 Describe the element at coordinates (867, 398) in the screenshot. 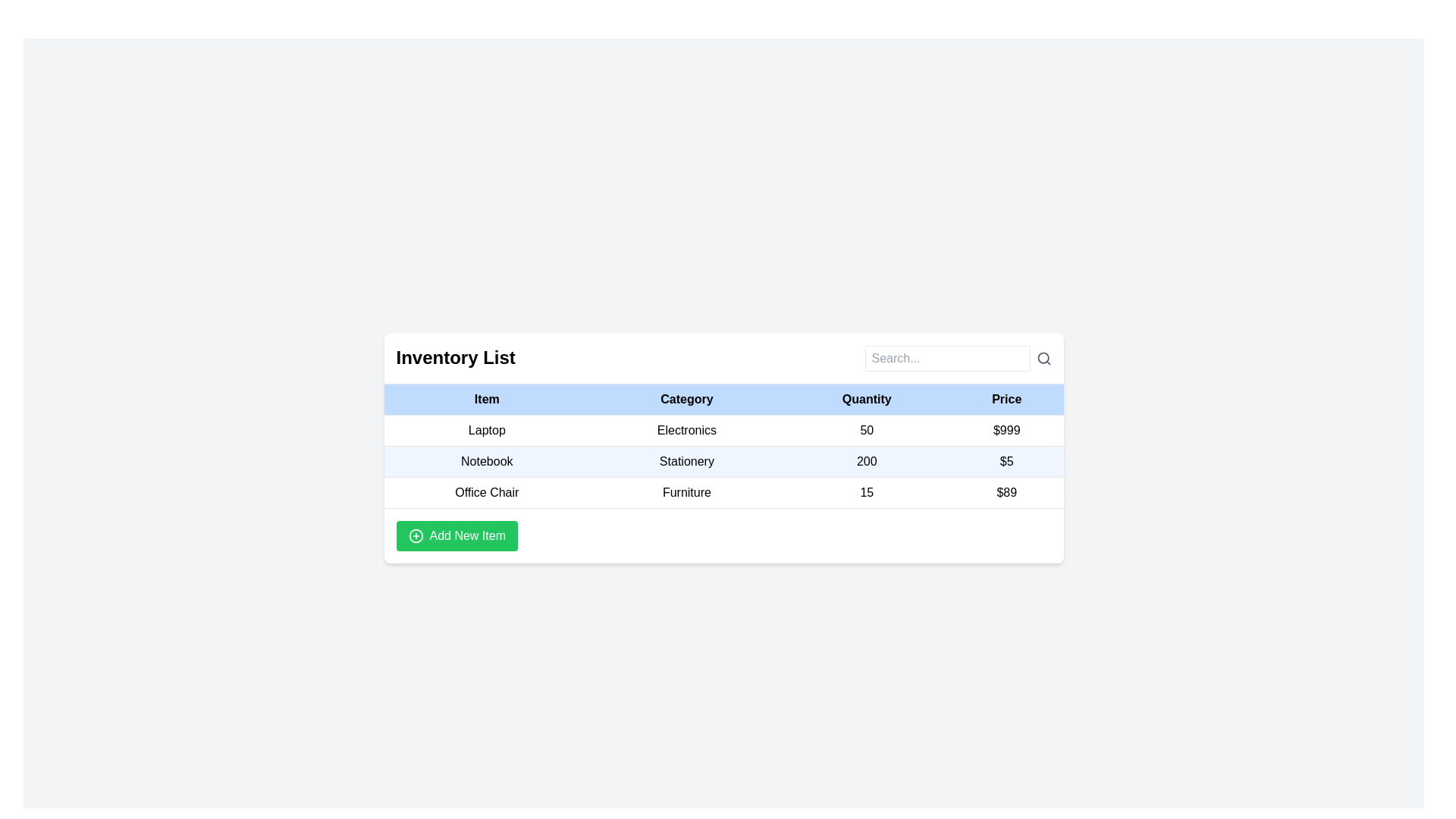

I see `the static text element displaying 'Quantity' in bold, black typeface, which is the third header in the table layout, positioned between 'Category' and 'Price'` at that location.